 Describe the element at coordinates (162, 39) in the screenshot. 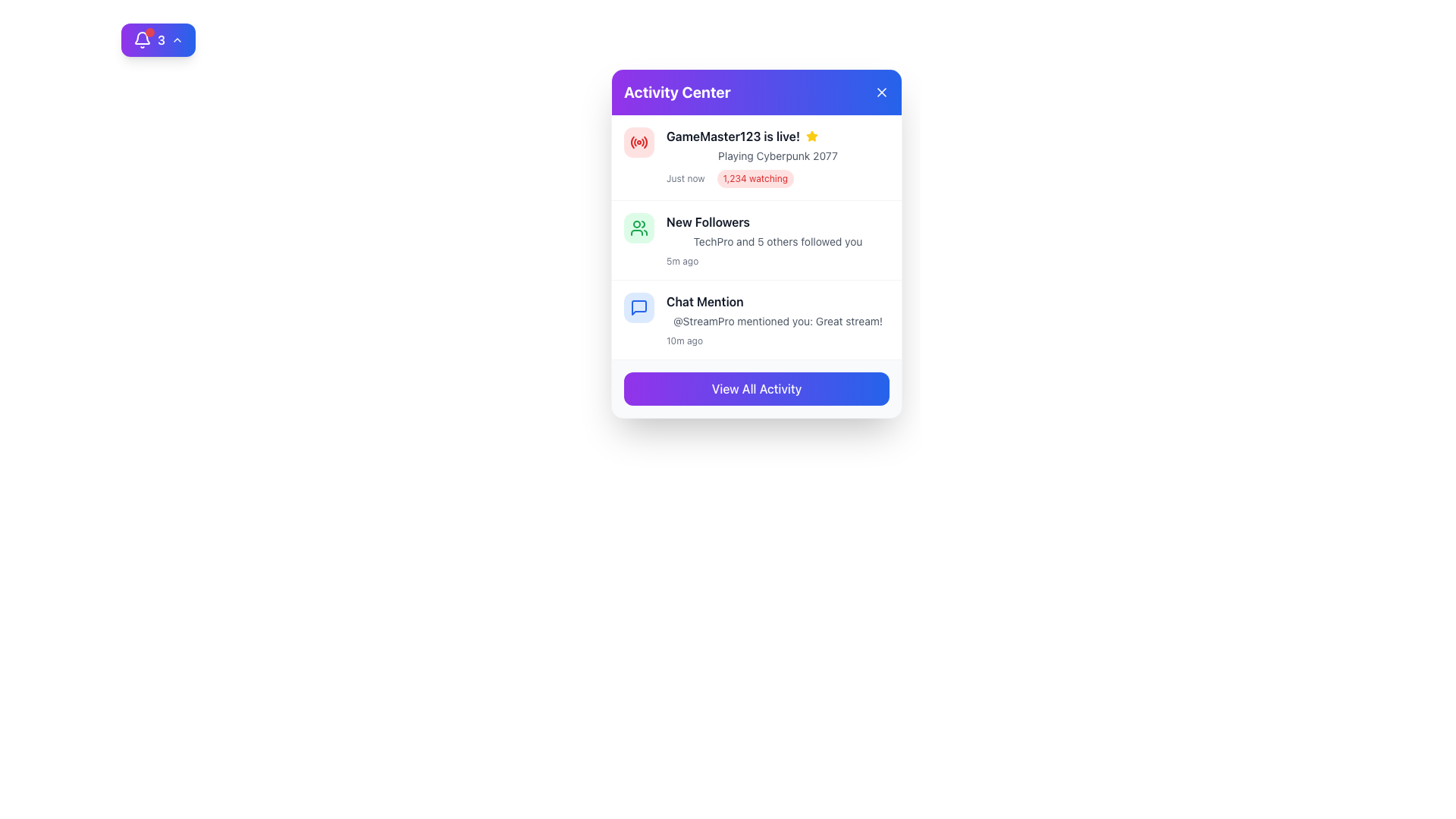

I see `text content of the Text Label displaying the numeral '3', which is styled in bold white font and positioned within a button-like component with a gradient color from purple to blue` at that location.